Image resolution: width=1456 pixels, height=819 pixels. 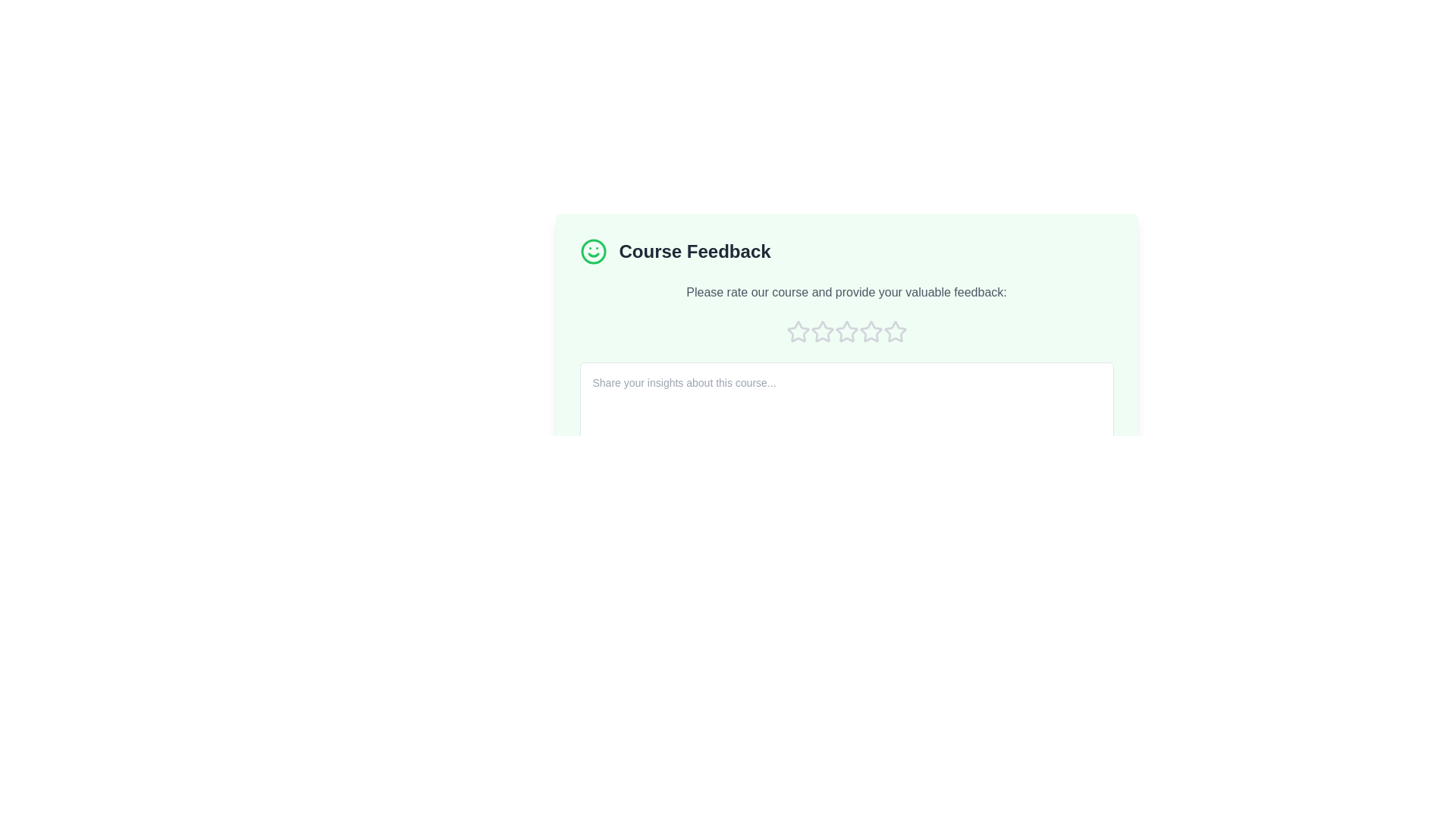 I want to click on the circular green outline icon with a smiley face inside it, positioned to the far left within the 'Course Feedback' header, so click(x=592, y=250).